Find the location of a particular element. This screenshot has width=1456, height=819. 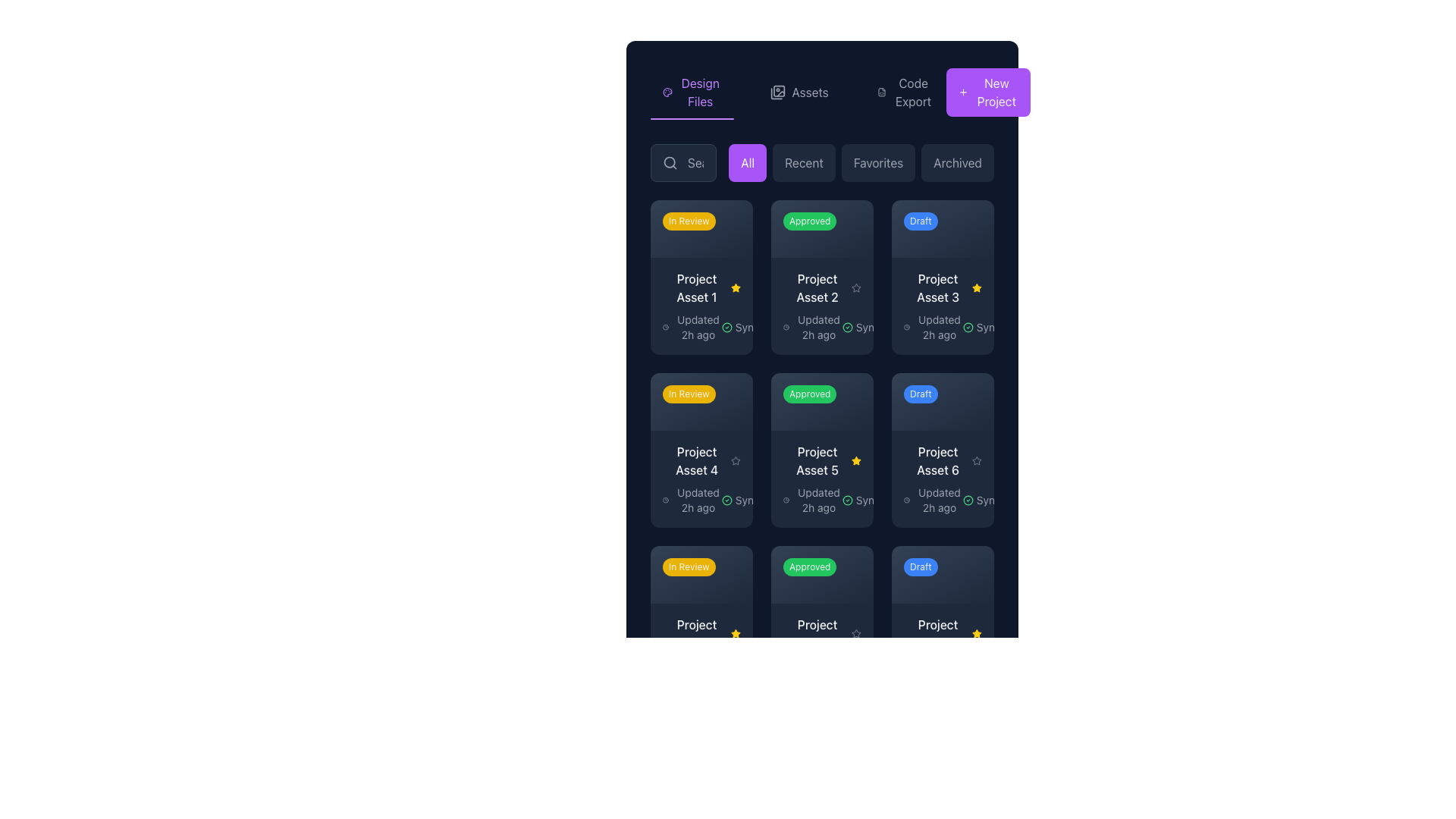

on the text label located in the third card of the second row, which serves as a title or identifier for the associated project is located at coordinates (937, 287).